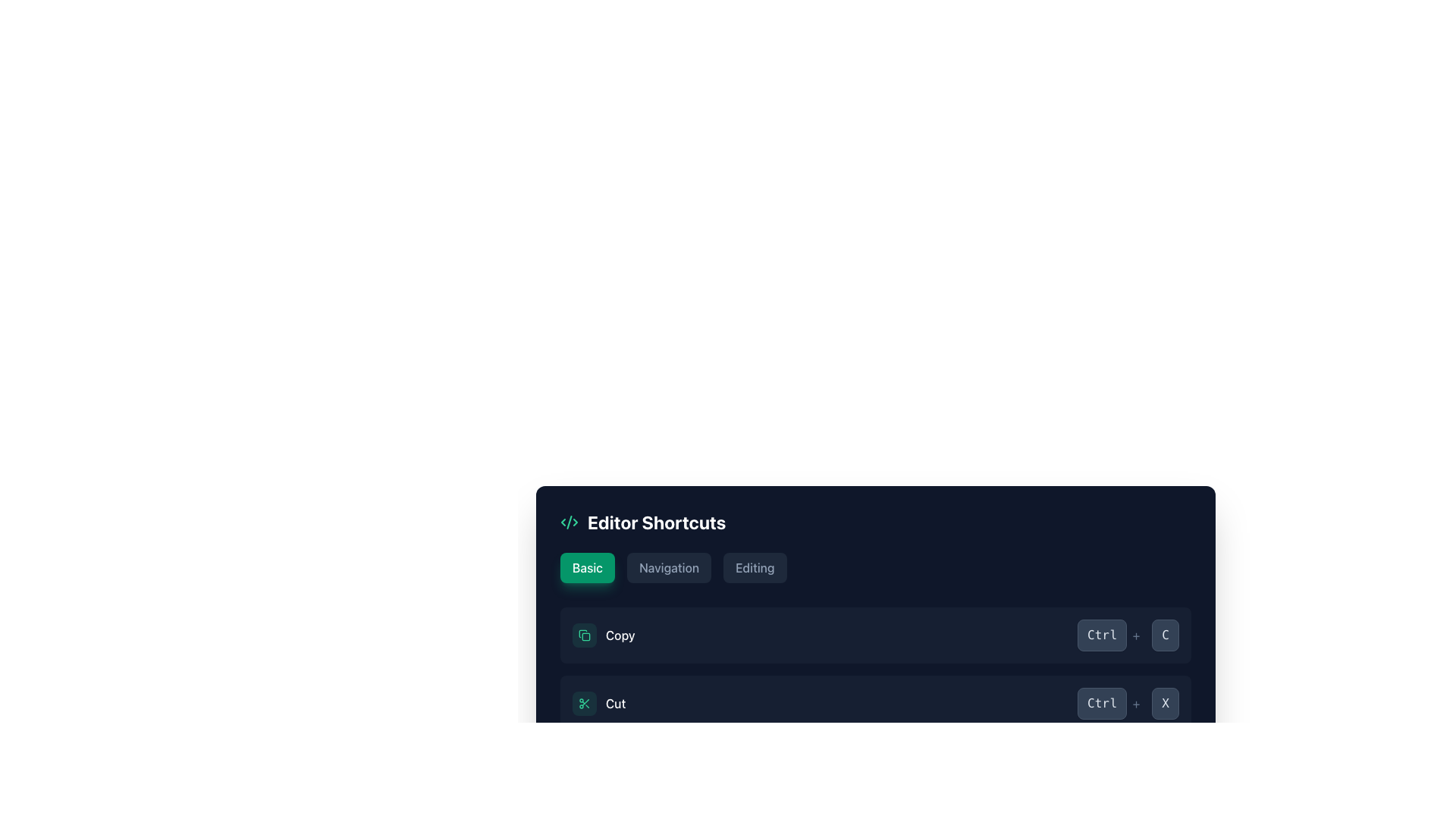  I want to click on the scissors icon button located to the left of the 'Cut' text label within the 'Editor Shortcuts' section, so click(584, 704).